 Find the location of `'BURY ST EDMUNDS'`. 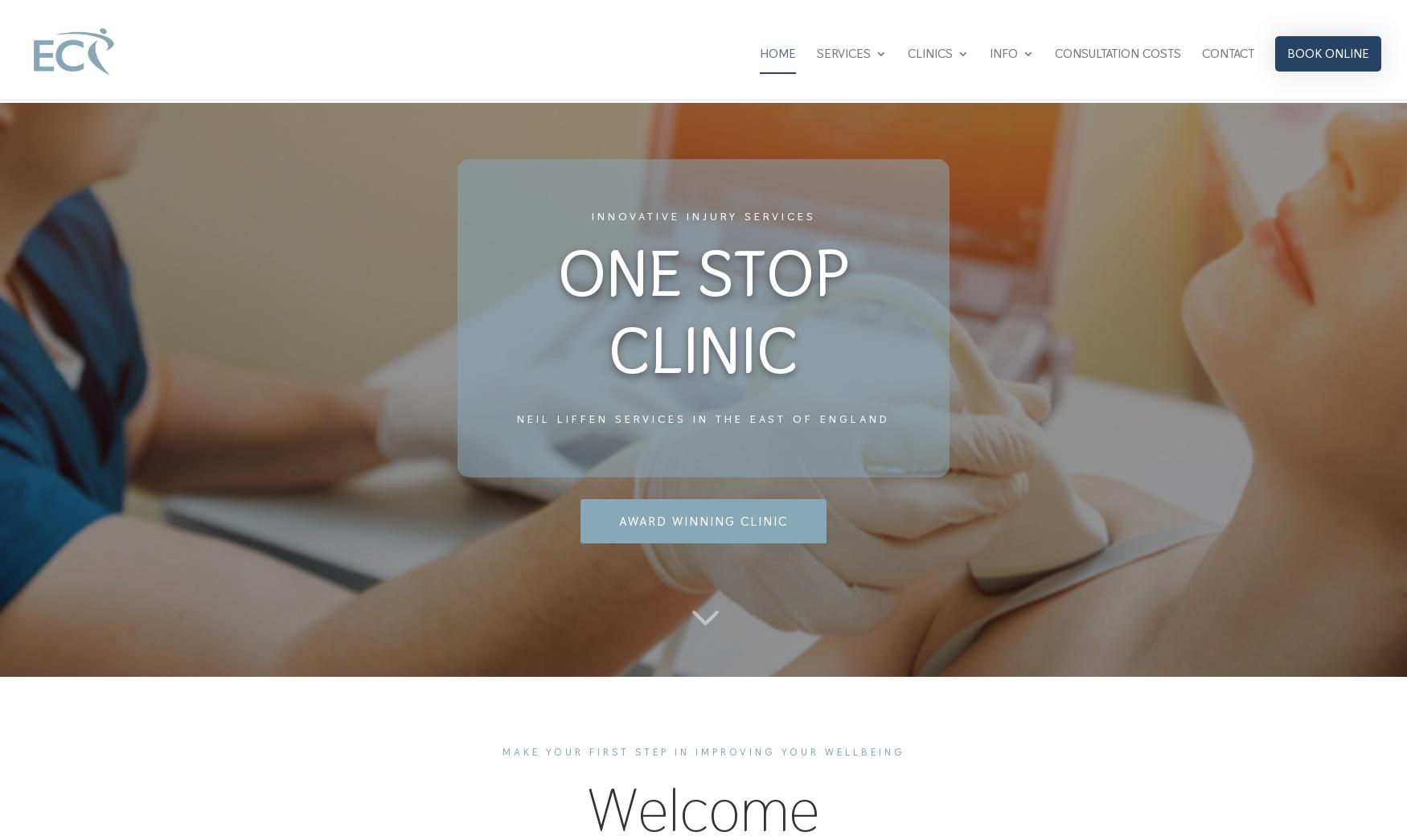

'BURY ST EDMUNDS' is located at coordinates (994, 266).